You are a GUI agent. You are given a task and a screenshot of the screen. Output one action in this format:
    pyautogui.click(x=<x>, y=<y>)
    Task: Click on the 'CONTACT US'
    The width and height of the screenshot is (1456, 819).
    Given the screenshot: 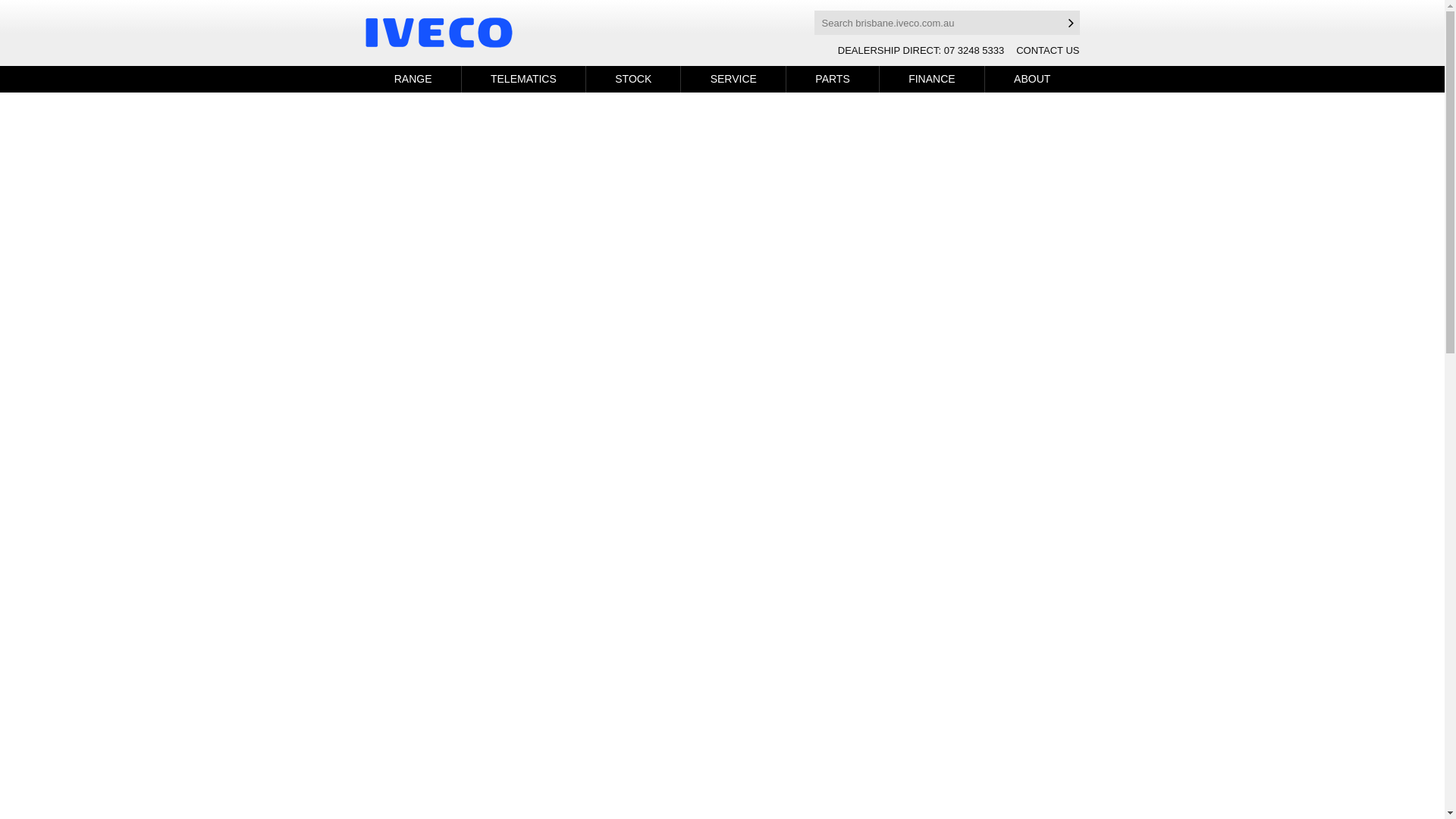 What is the action you would take?
    pyautogui.click(x=1015, y=49)
    